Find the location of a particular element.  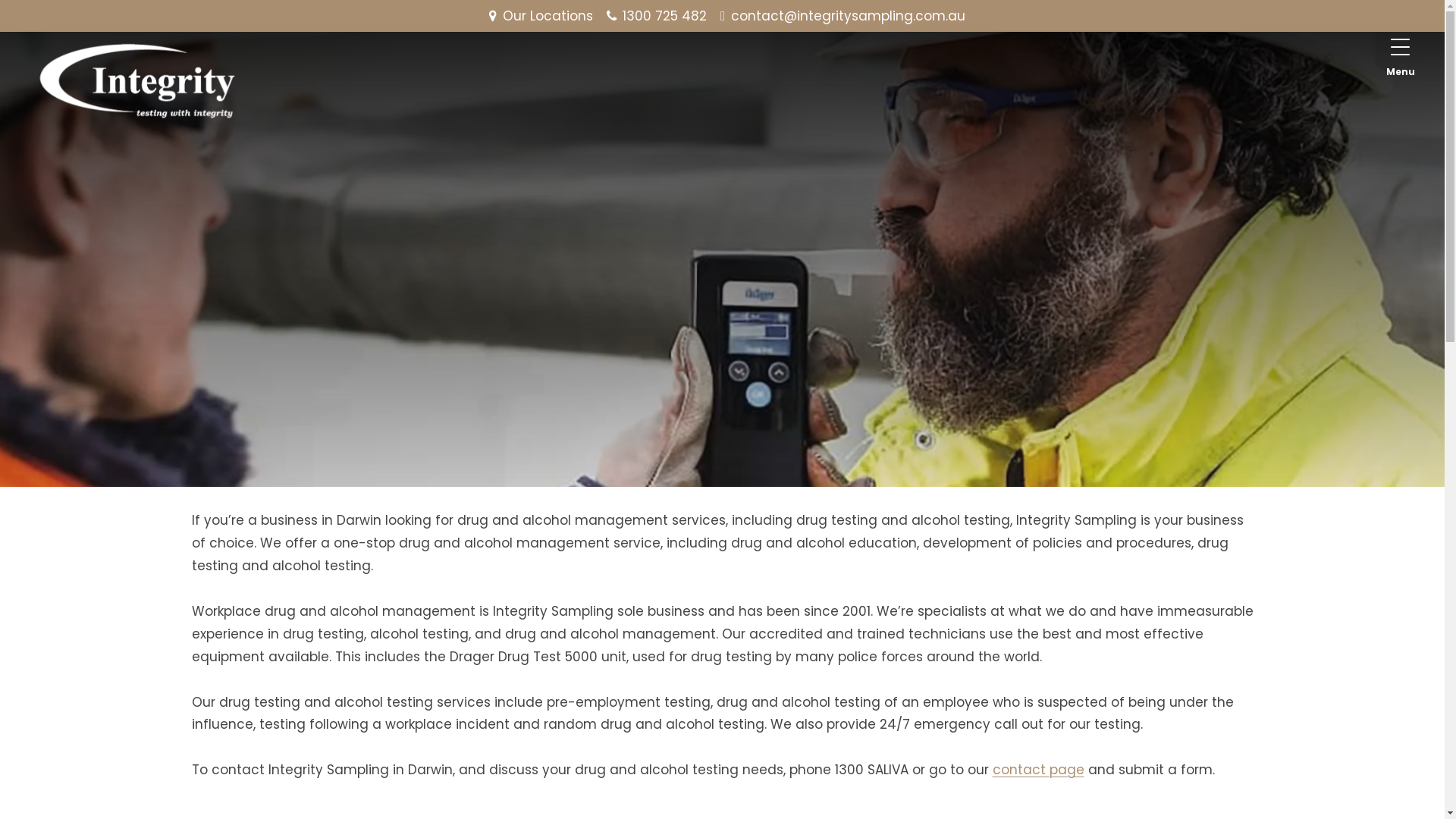

'Menu' is located at coordinates (1400, 55).